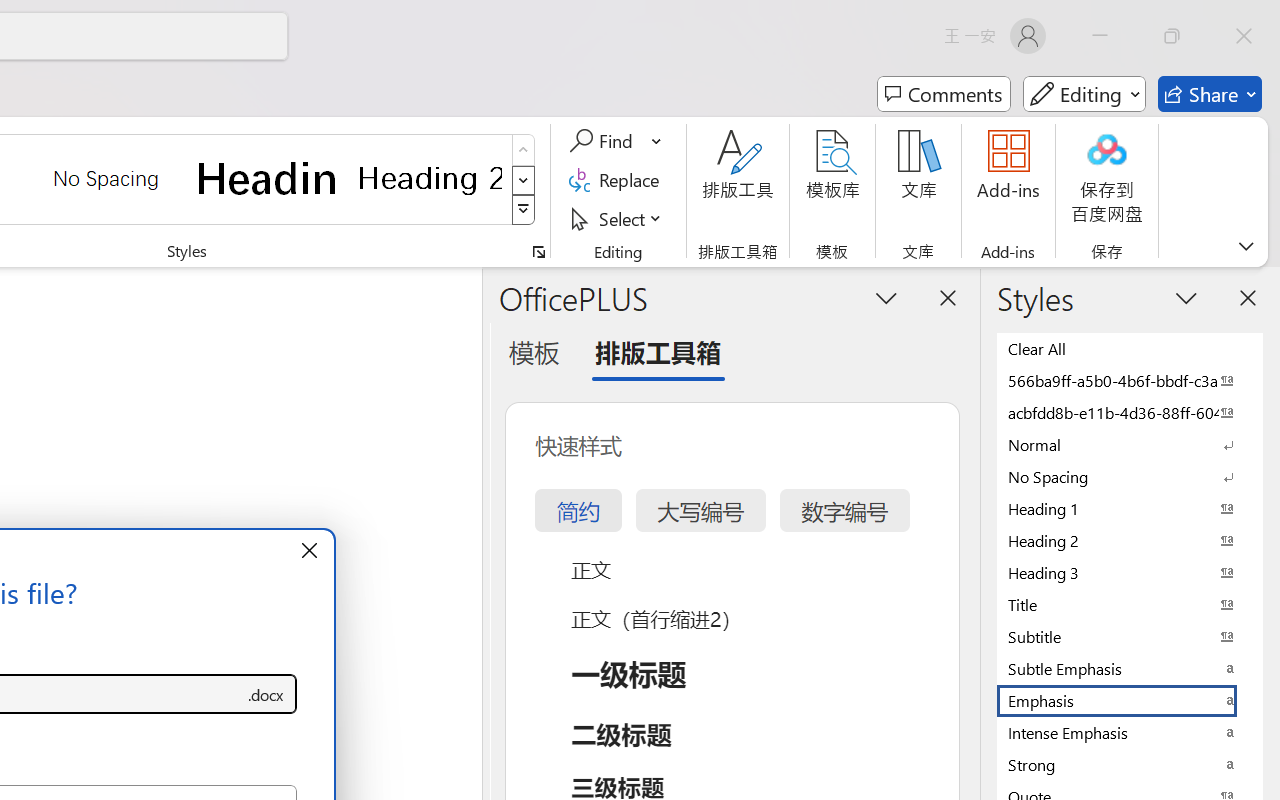 The height and width of the screenshot is (800, 1280). I want to click on 'Strong', so click(1130, 764).